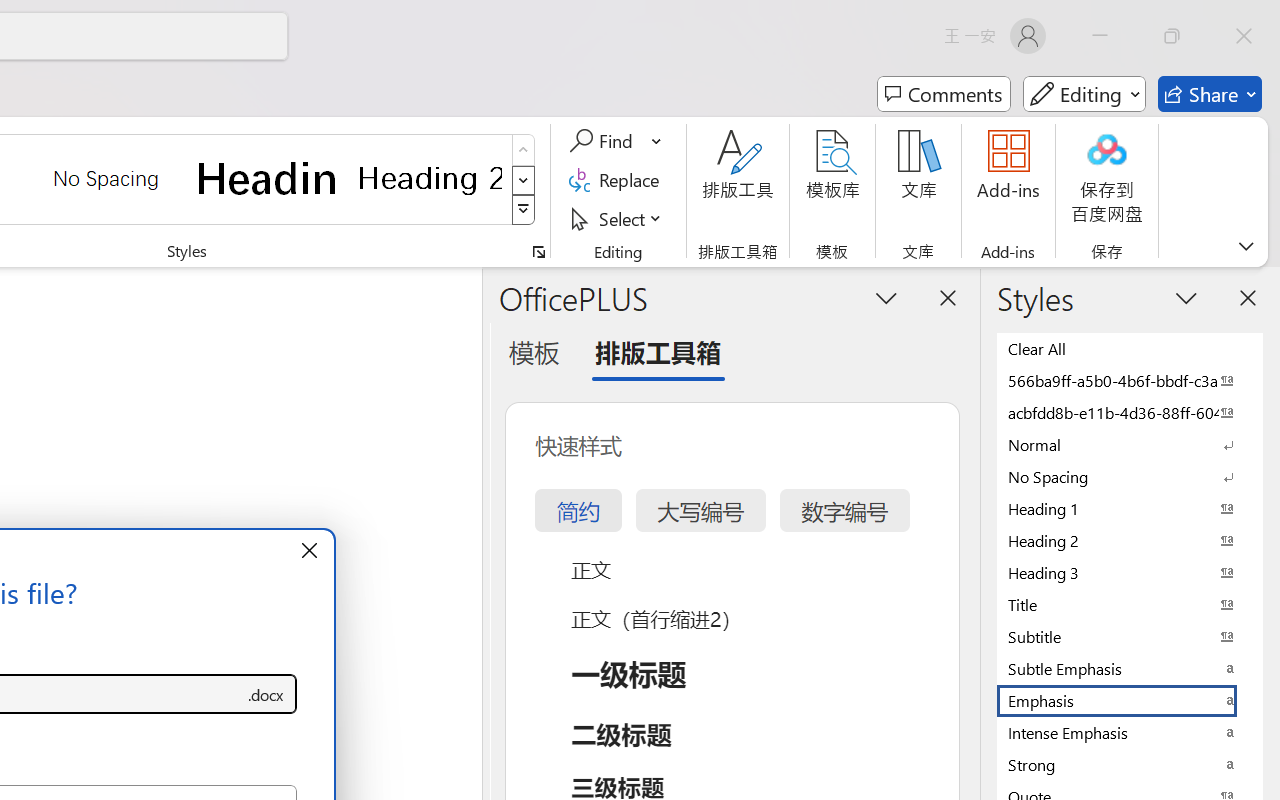 The height and width of the screenshot is (800, 1280). I want to click on 'Strong', so click(1130, 764).